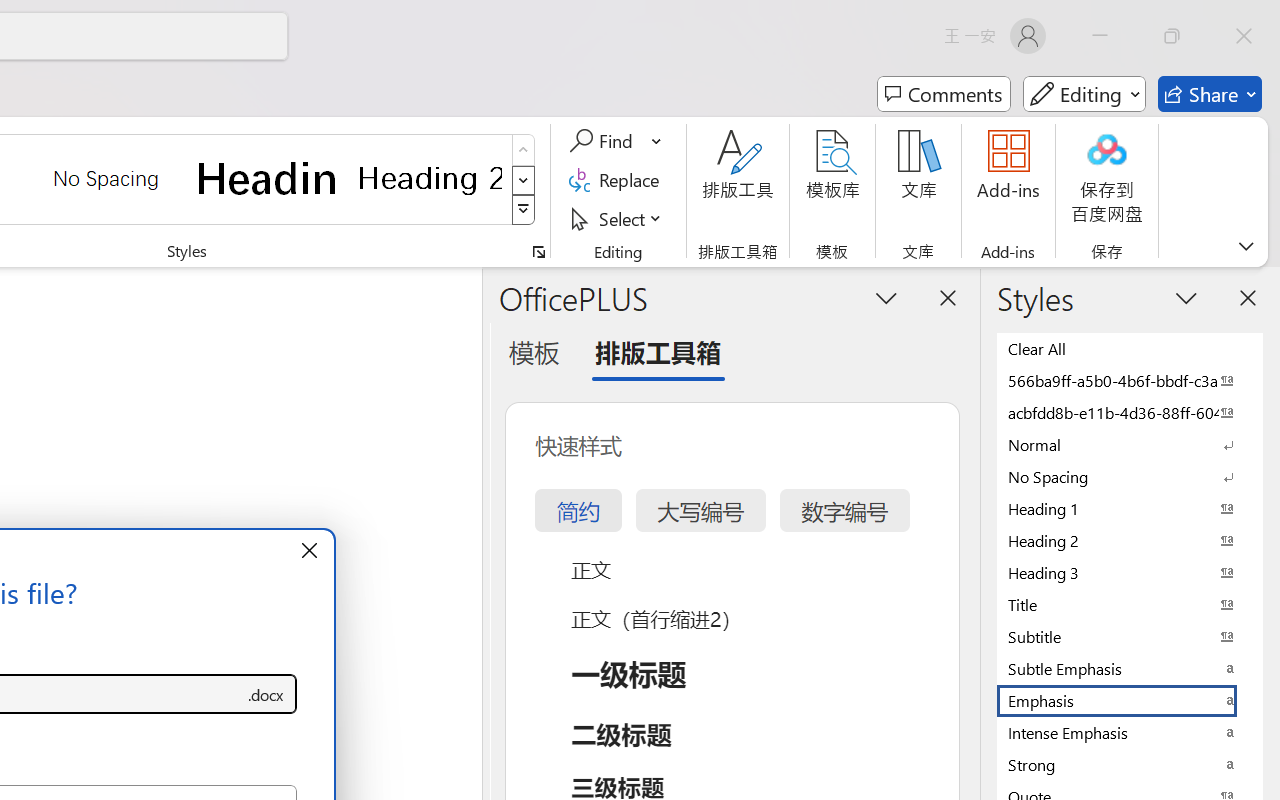 The height and width of the screenshot is (800, 1280). I want to click on 'Strong', so click(1130, 764).